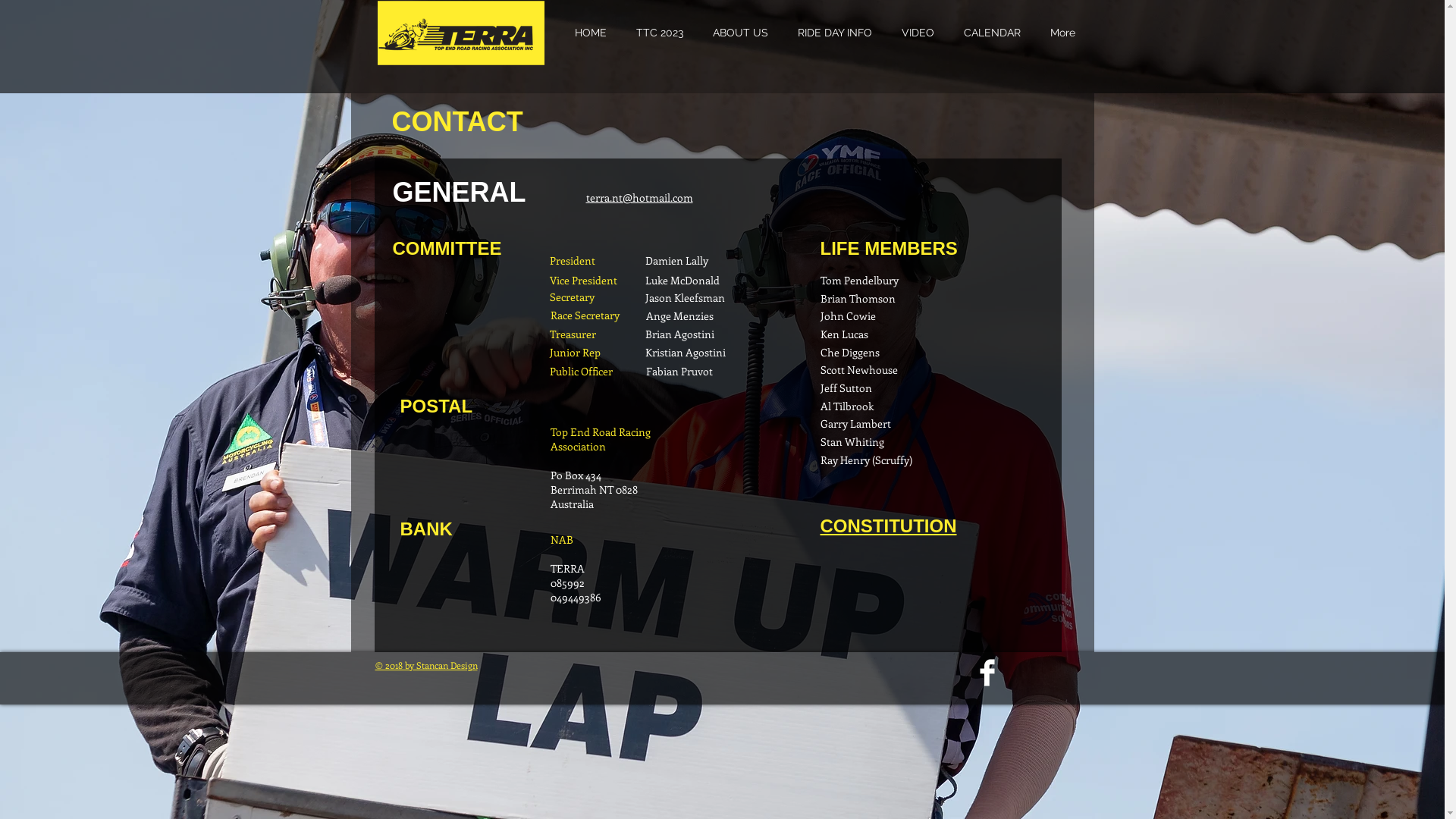 The height and width of the screenshot is (819, 1456). Describe the element at coordinates (585, 196) in the screenshot. I see `'terra.nt@hotmail.com'` at that location.